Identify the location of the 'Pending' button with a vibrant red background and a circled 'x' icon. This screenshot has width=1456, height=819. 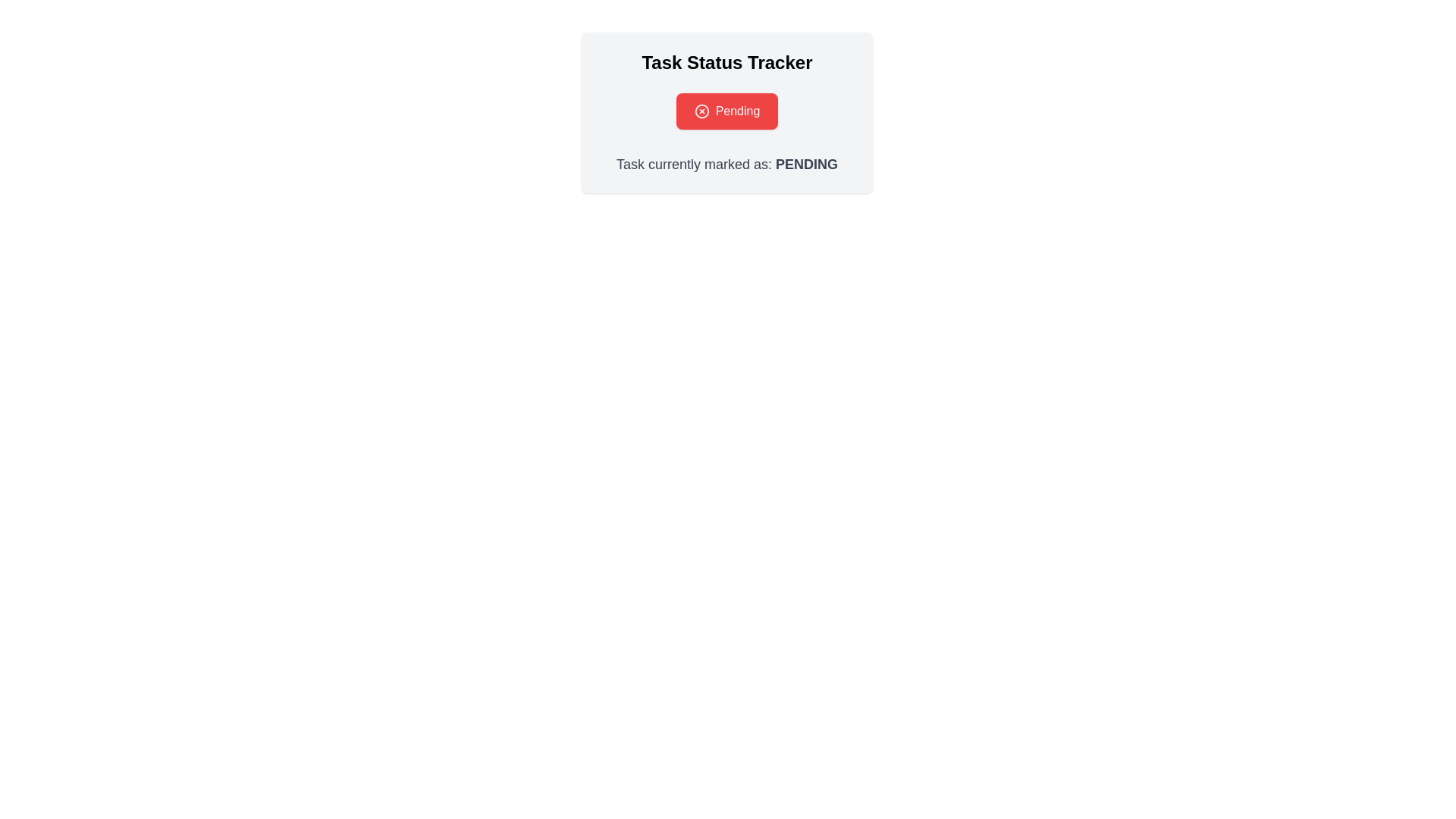
(726, 110).